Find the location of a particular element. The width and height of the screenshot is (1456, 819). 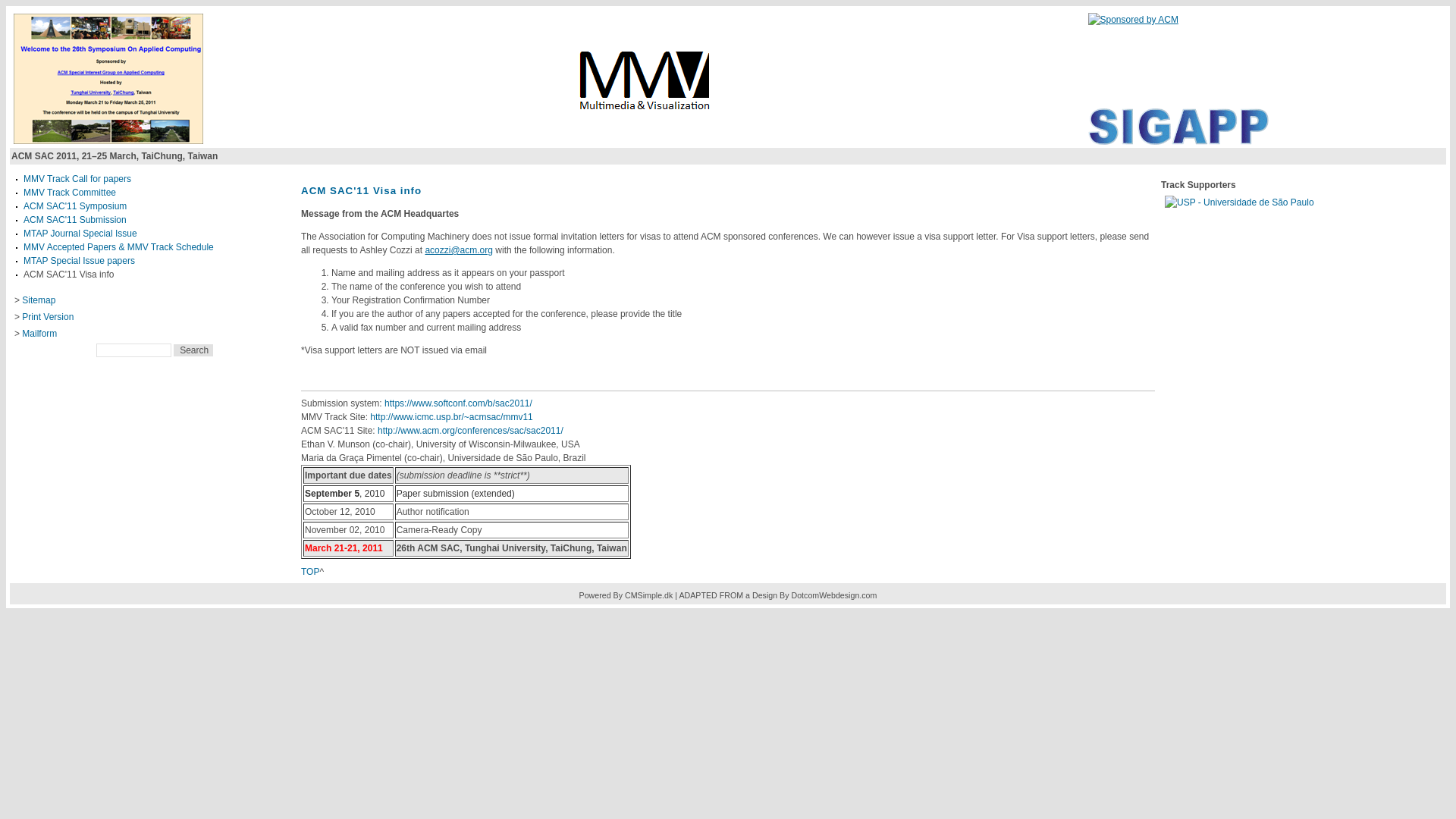

'ACM' is located at coordinates (1132, 20).